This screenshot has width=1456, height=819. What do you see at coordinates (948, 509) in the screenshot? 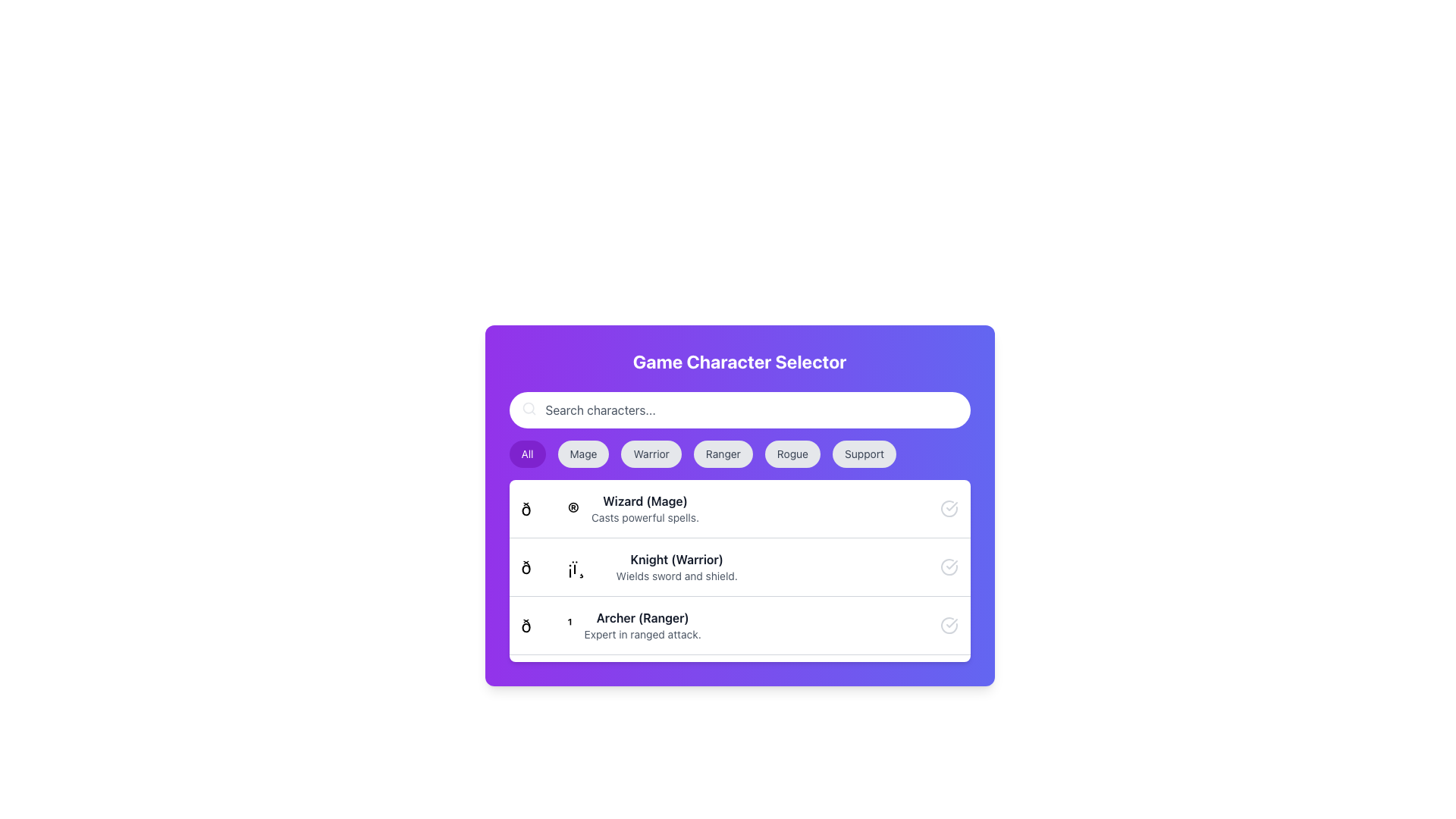
I see `the circular checkmark icon located at the far-right end of the 'Wizard (Mage)' row` at bounding box center [948, 509].